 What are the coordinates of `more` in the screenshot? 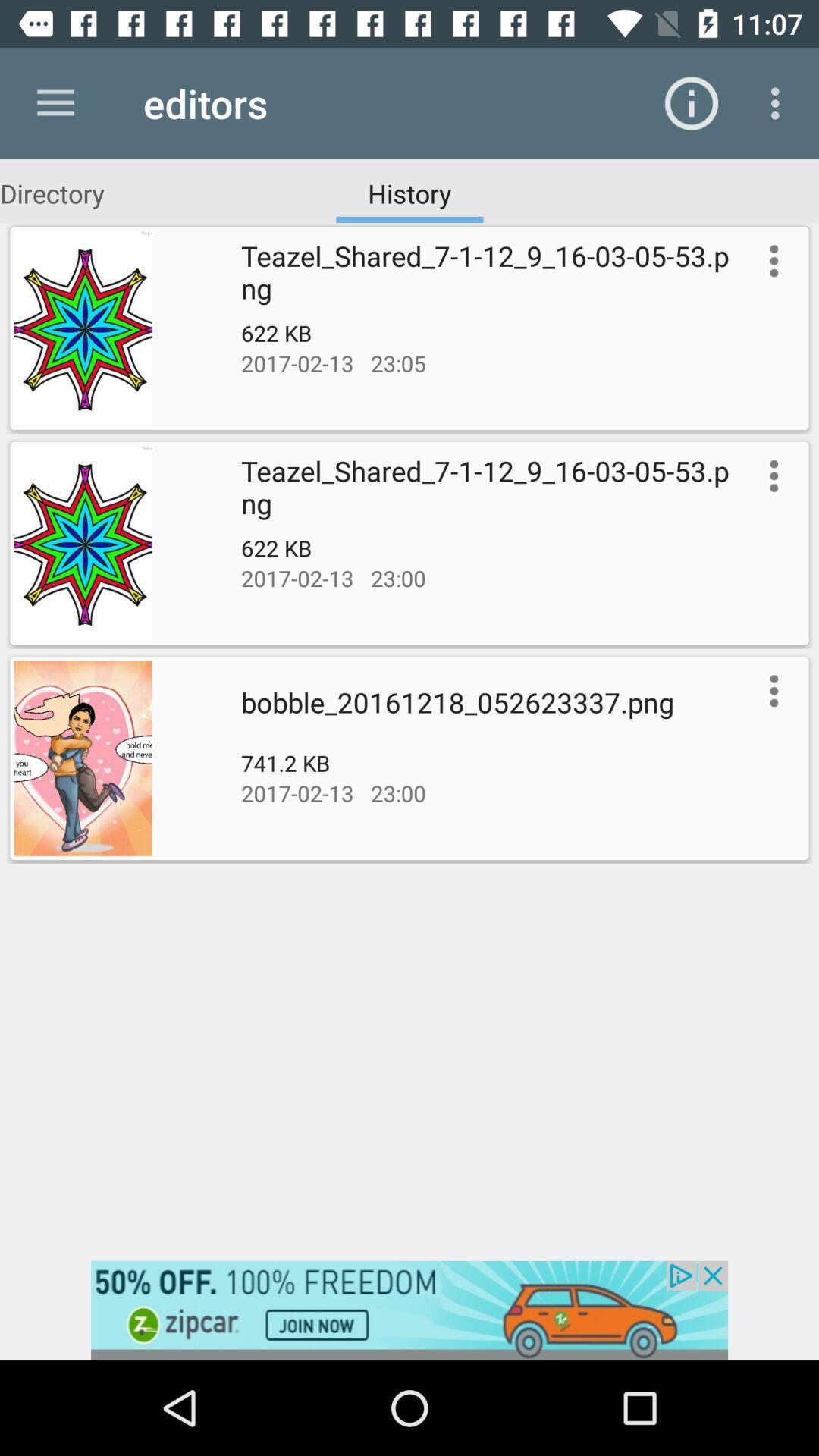 It's located at (770, 261).